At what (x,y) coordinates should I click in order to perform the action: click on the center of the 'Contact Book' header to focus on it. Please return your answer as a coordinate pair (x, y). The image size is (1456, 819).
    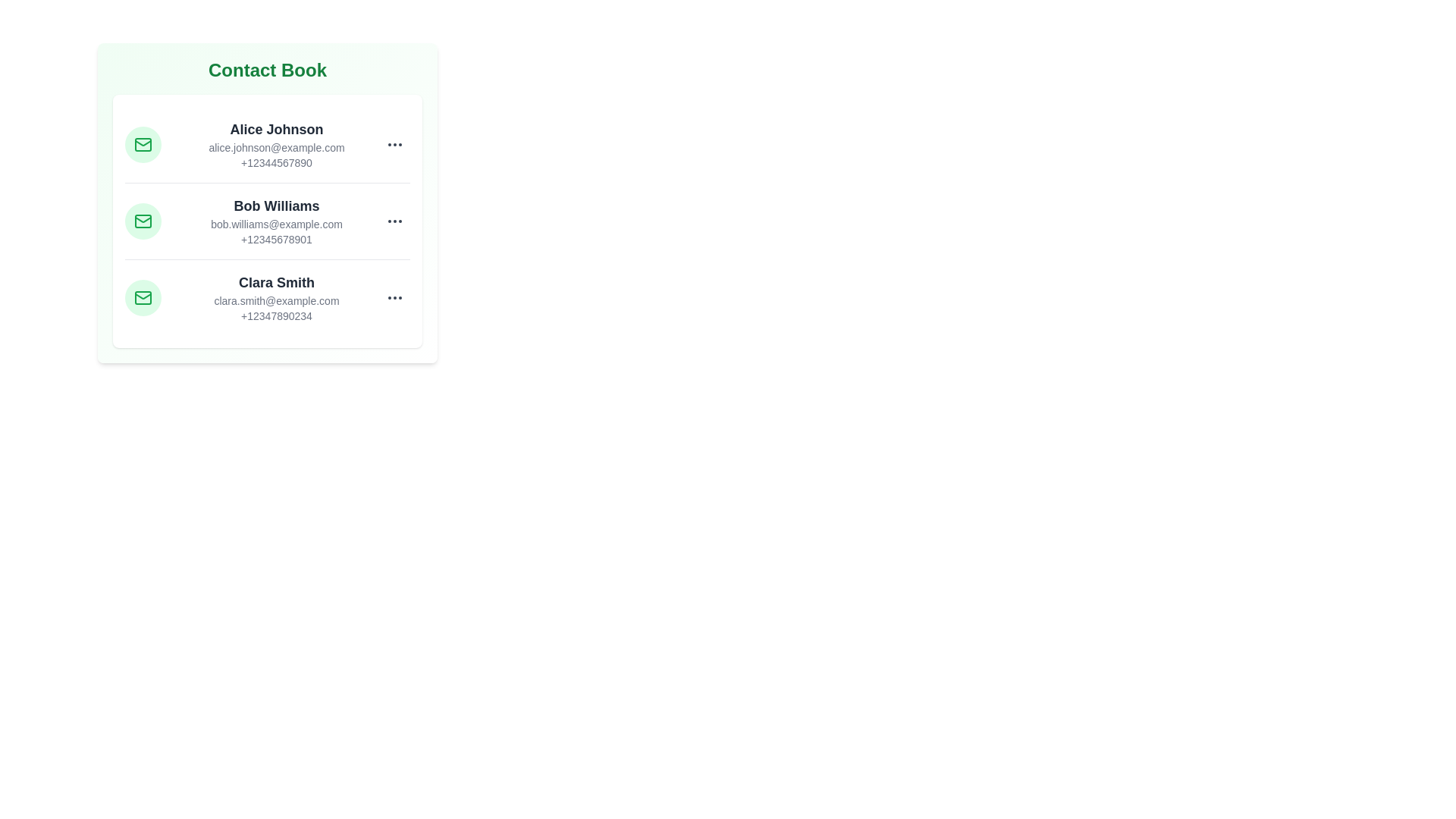
    Looking at the image, I should click on (268, 70).